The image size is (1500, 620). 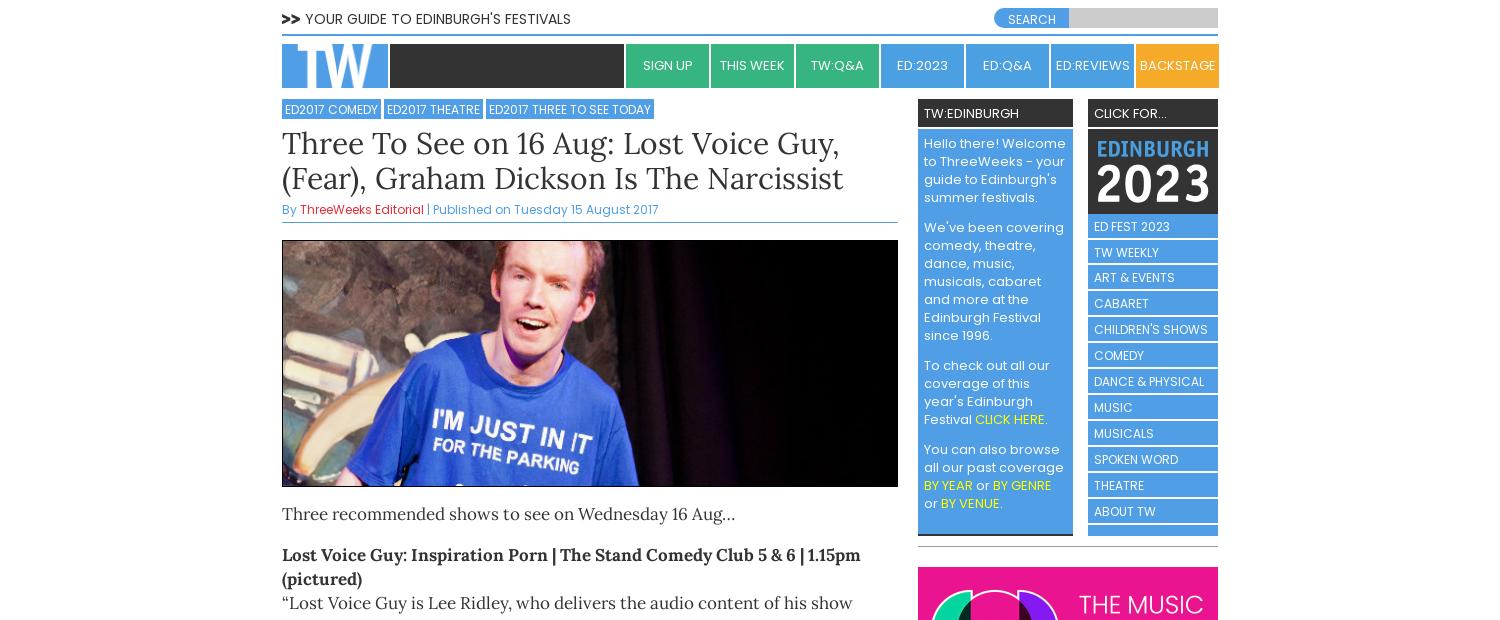 I want to click on 'SPOKEN WORD', so click(x=1135, y=459).